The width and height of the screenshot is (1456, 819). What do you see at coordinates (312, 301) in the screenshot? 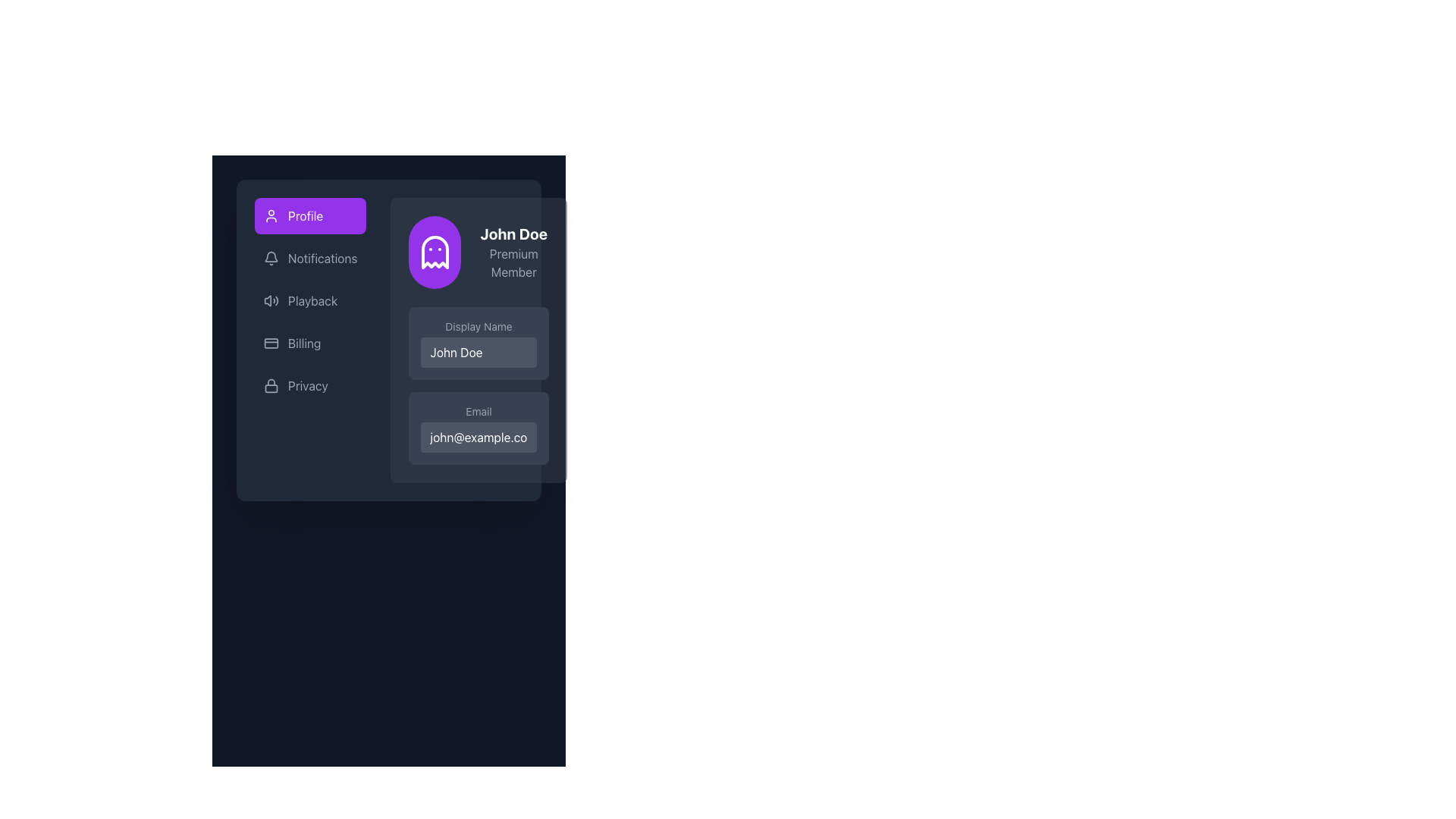
I see `the Text label located in the sidebar menu, positioned below 'Notifications' and above 'Billing'` at bounding box center [312, 301].